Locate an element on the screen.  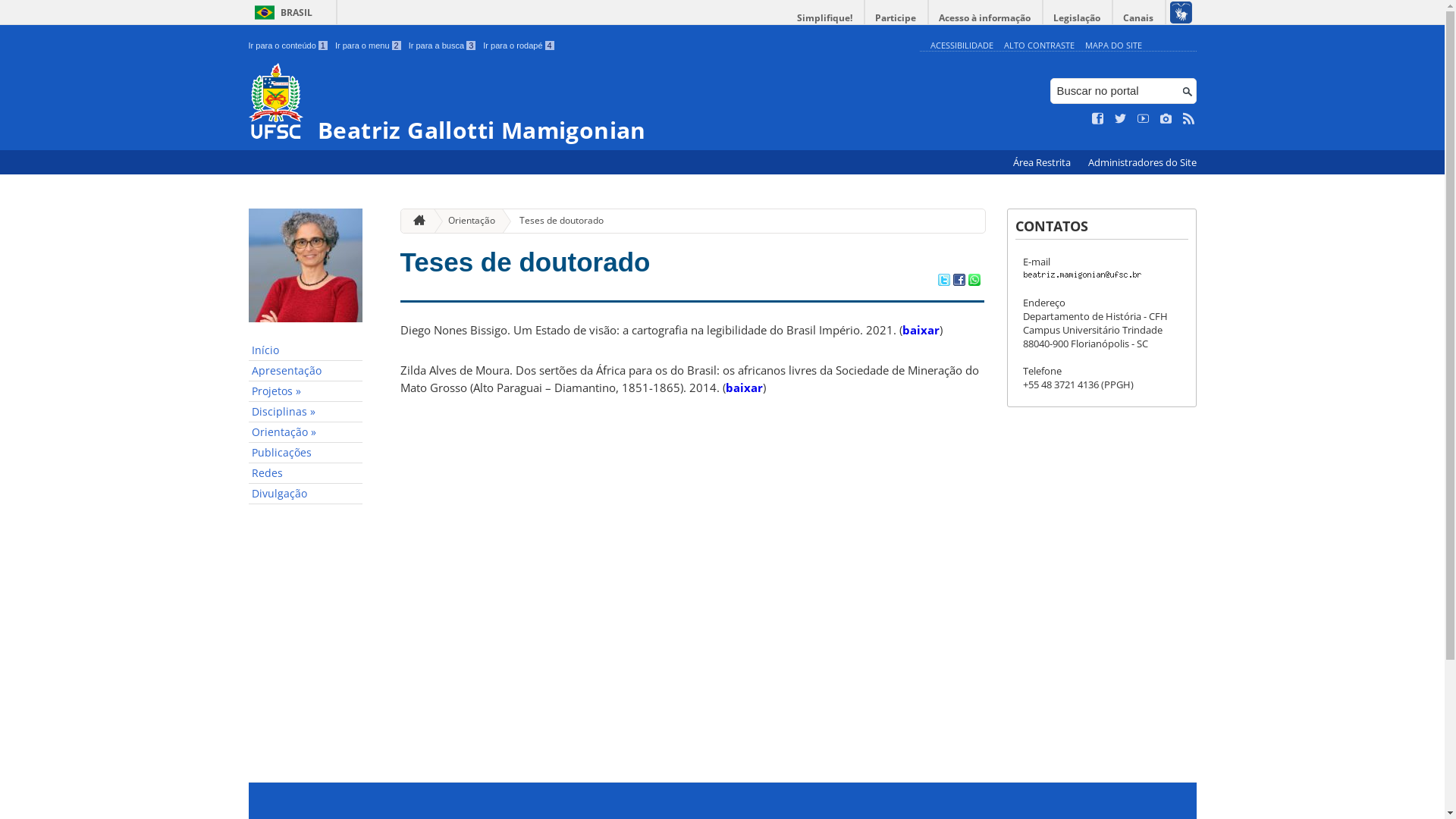
'Redes' is located at coordinates (305, 472).